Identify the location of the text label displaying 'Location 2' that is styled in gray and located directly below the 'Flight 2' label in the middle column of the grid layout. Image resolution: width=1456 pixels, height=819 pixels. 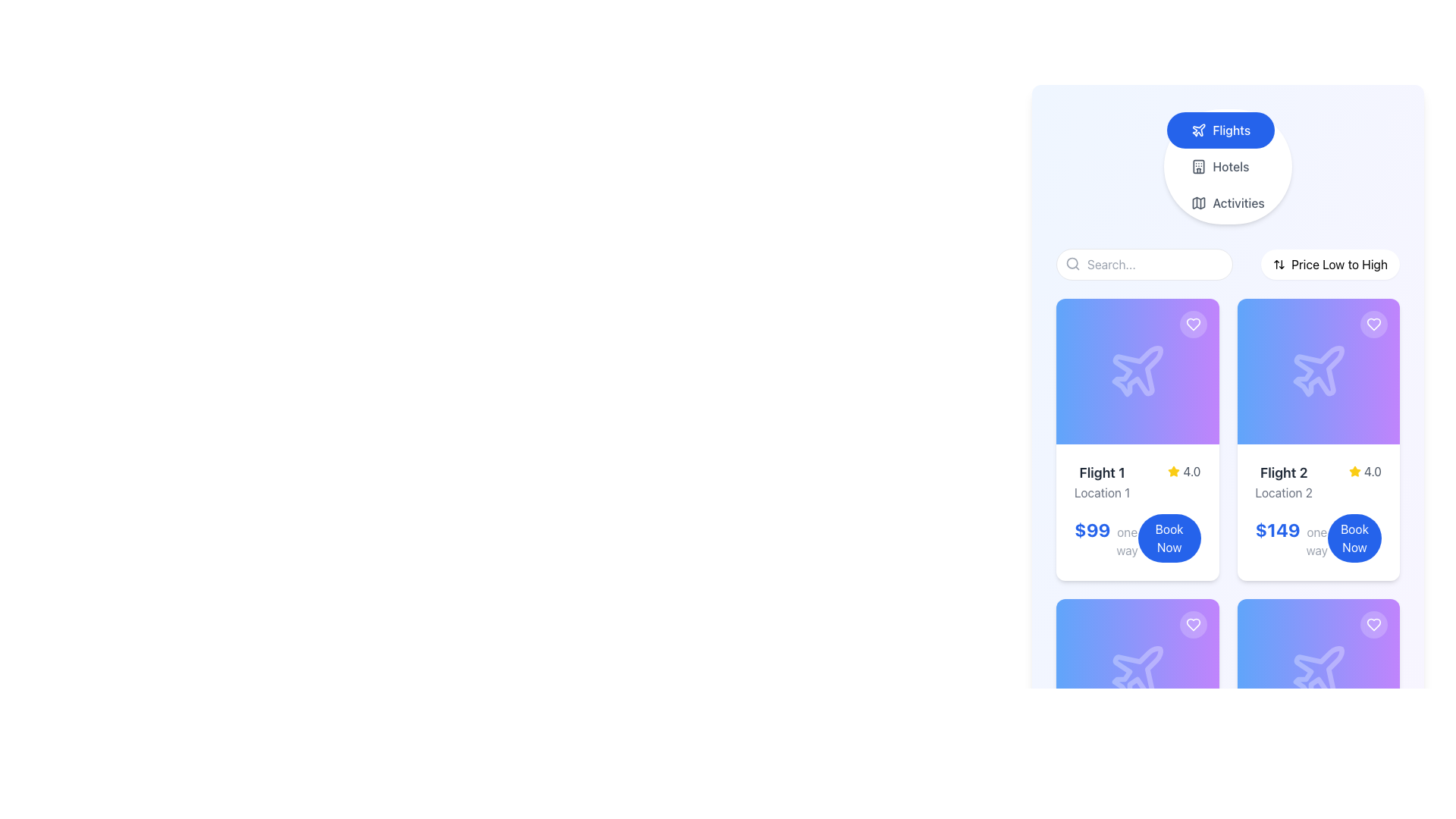
(1283, 493).